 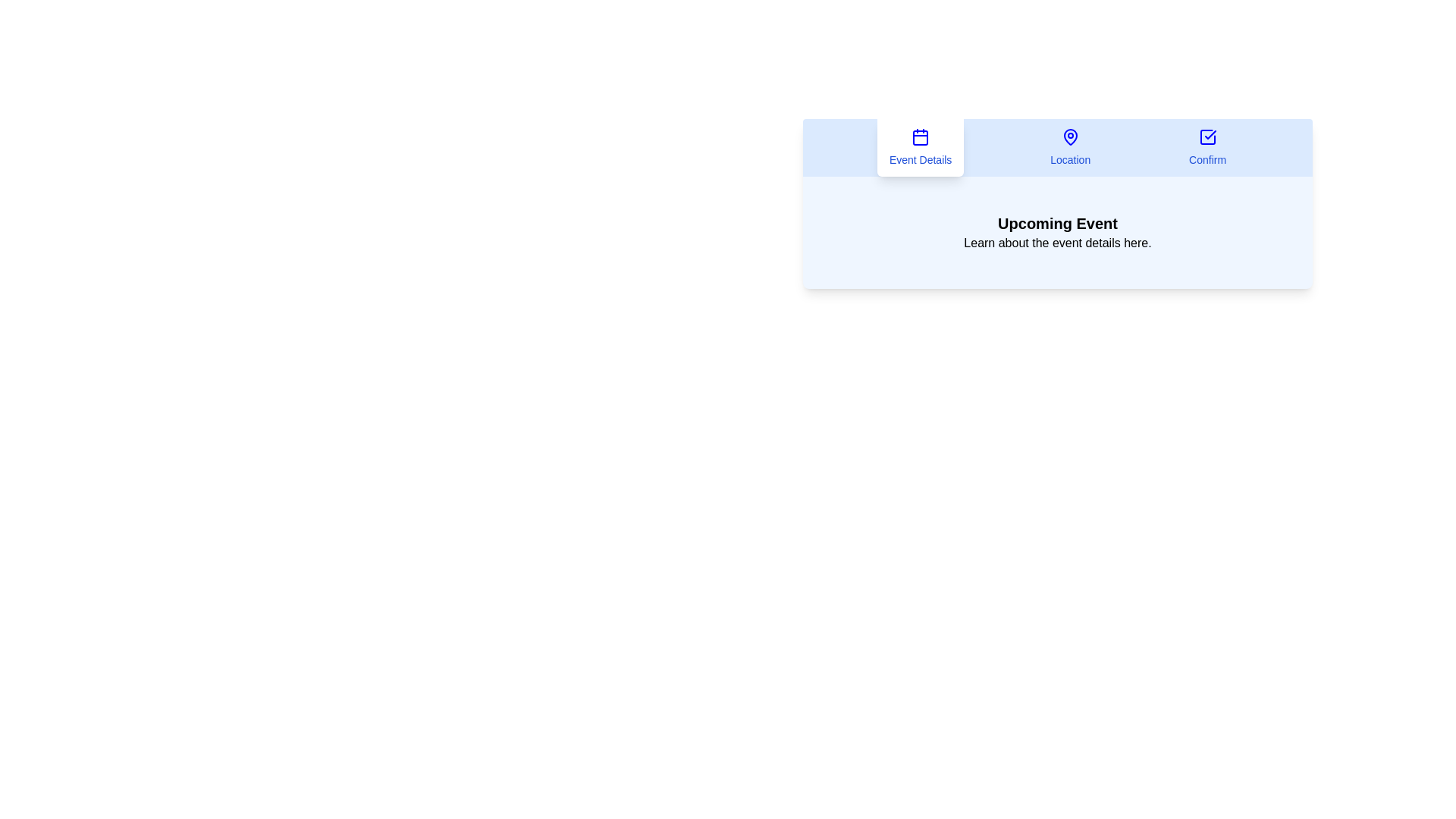 What do you see at coordinates (1207, 148) in the screenshot?
I see `the tab labeled Confirm to observe the visual feedback` at bounding box center [1207, 148].